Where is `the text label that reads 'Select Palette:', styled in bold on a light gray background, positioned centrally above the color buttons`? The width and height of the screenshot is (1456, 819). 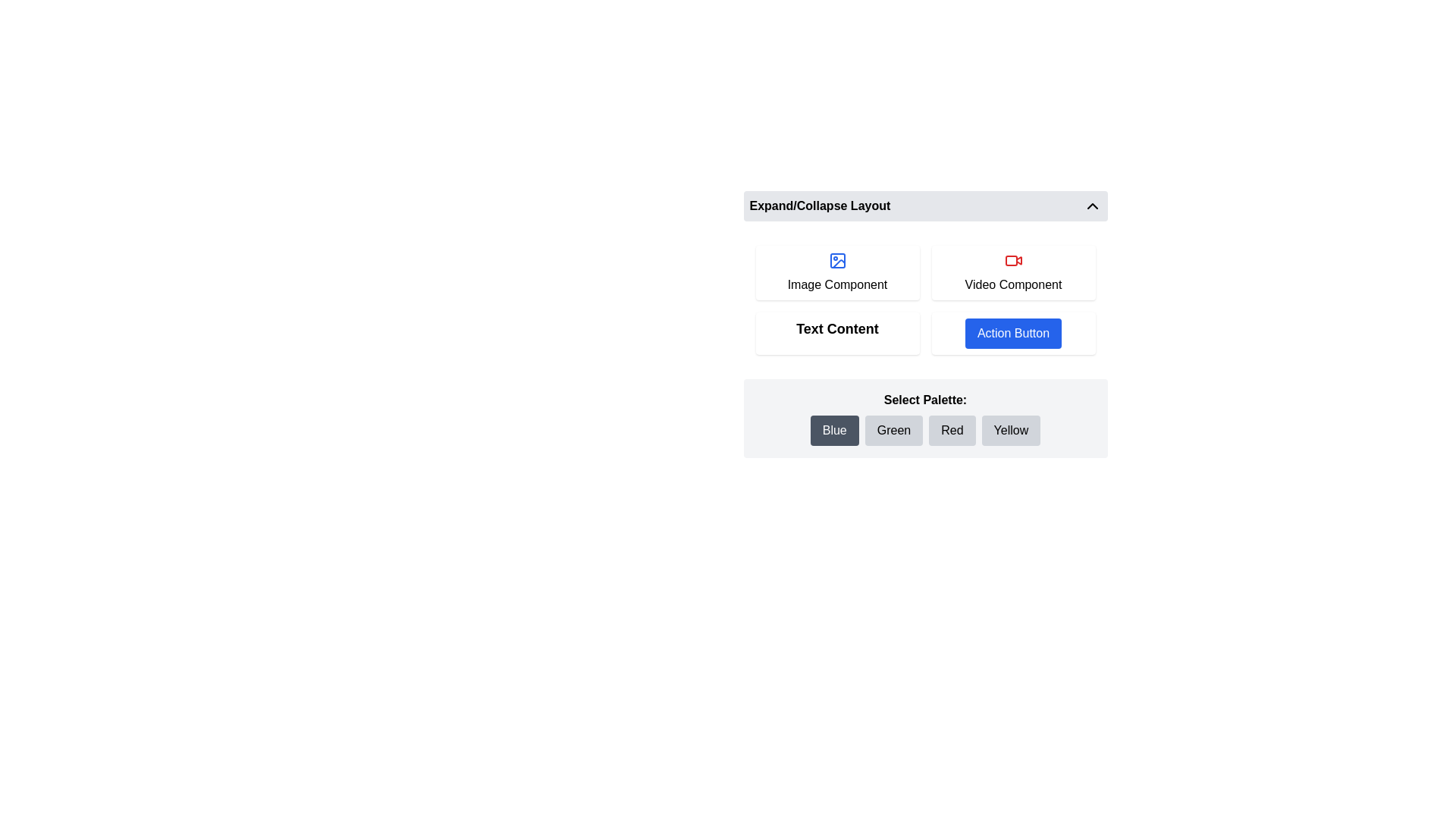
the text label that reads 'Select Palette:', styled in bold on a light gray background, positioned centrally above the color buttons is located at coordinates (924, 400).